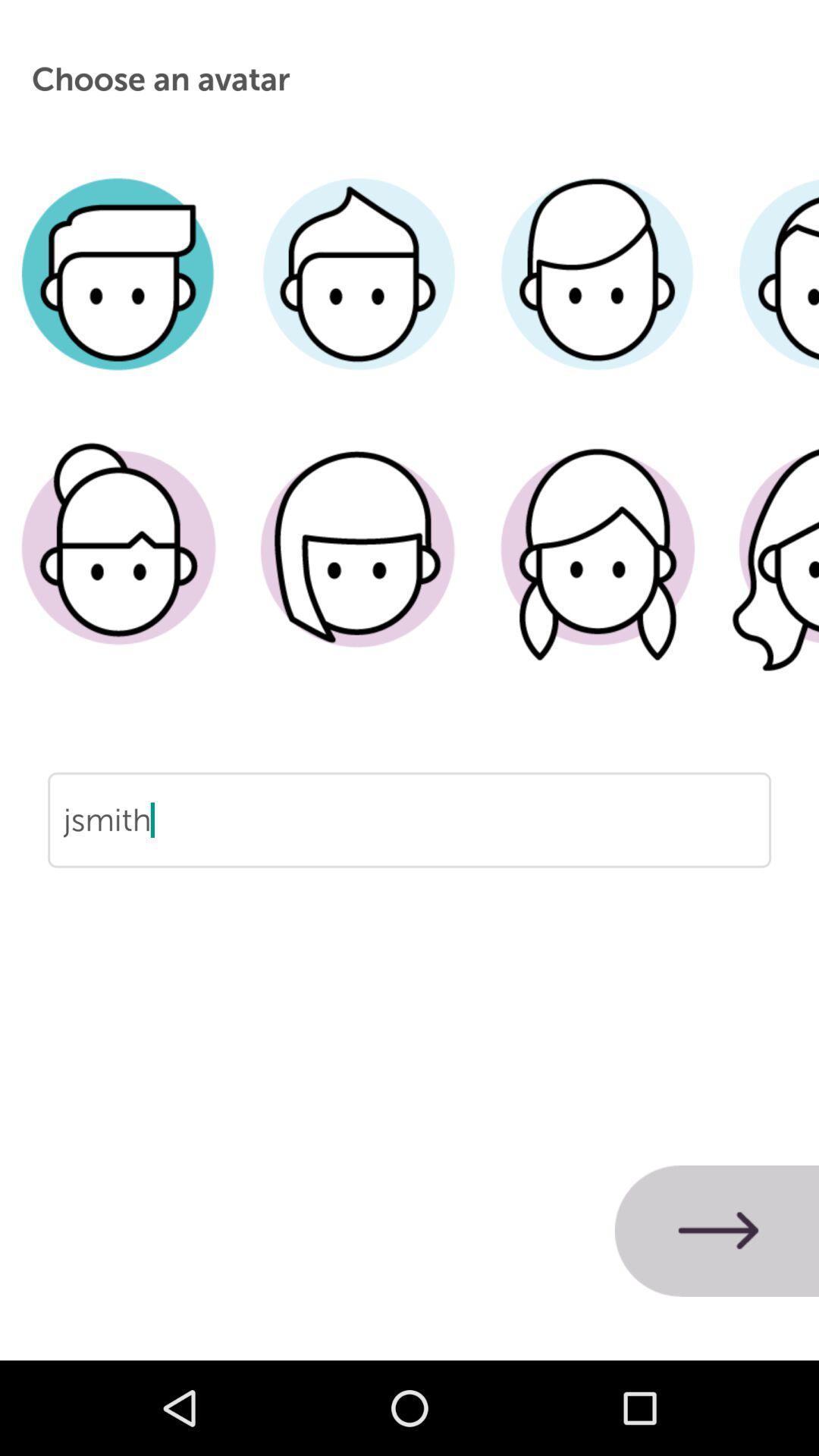  What do you see at coordinates (118, 570) in the screenshot?
I see `a character` at bounding box center [118, 570].